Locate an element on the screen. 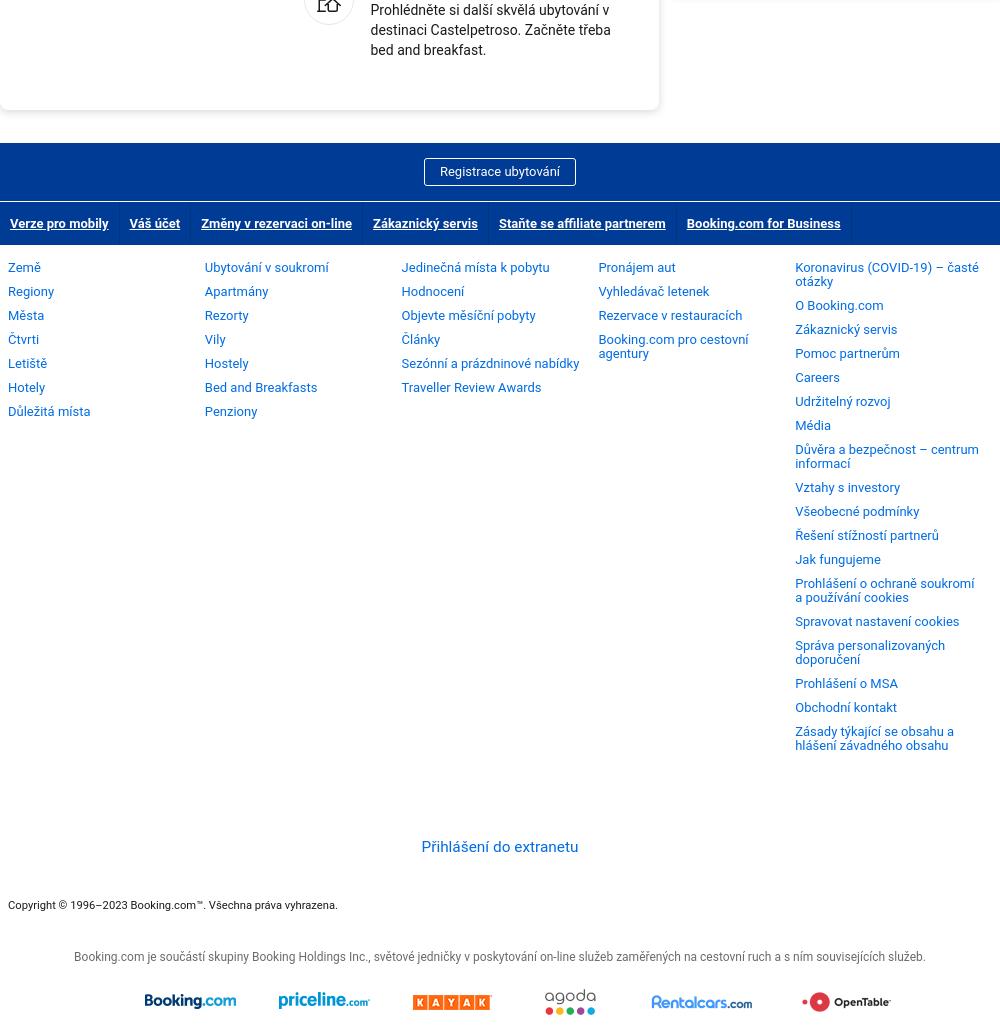  'Jak fungujeme' is located at coordinates (795, 558).